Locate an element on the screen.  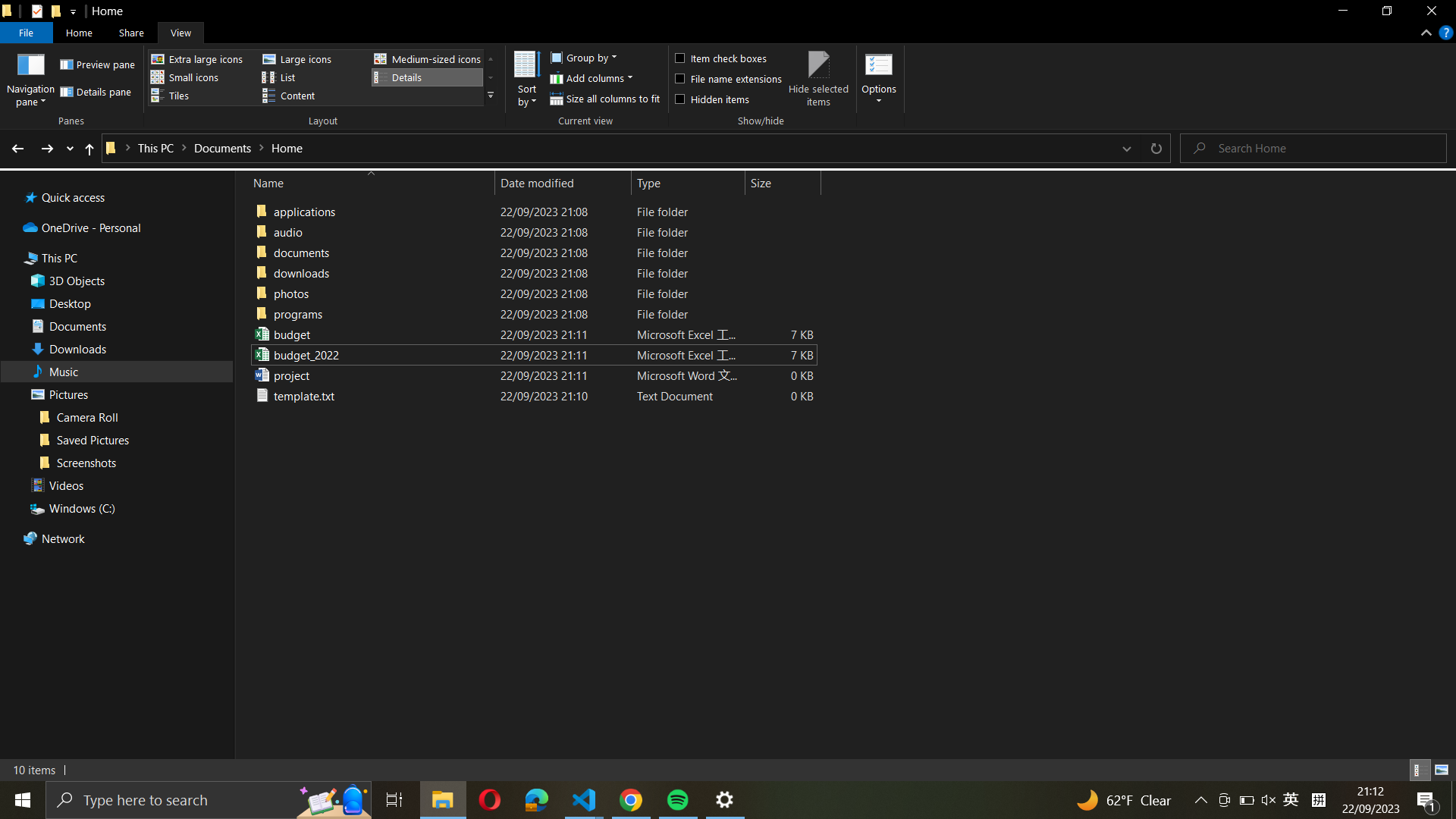
Migrate the "template.txt" file to the "downloads" sub-directory using the drag-and-drop action is located at coordinates (531, 394).